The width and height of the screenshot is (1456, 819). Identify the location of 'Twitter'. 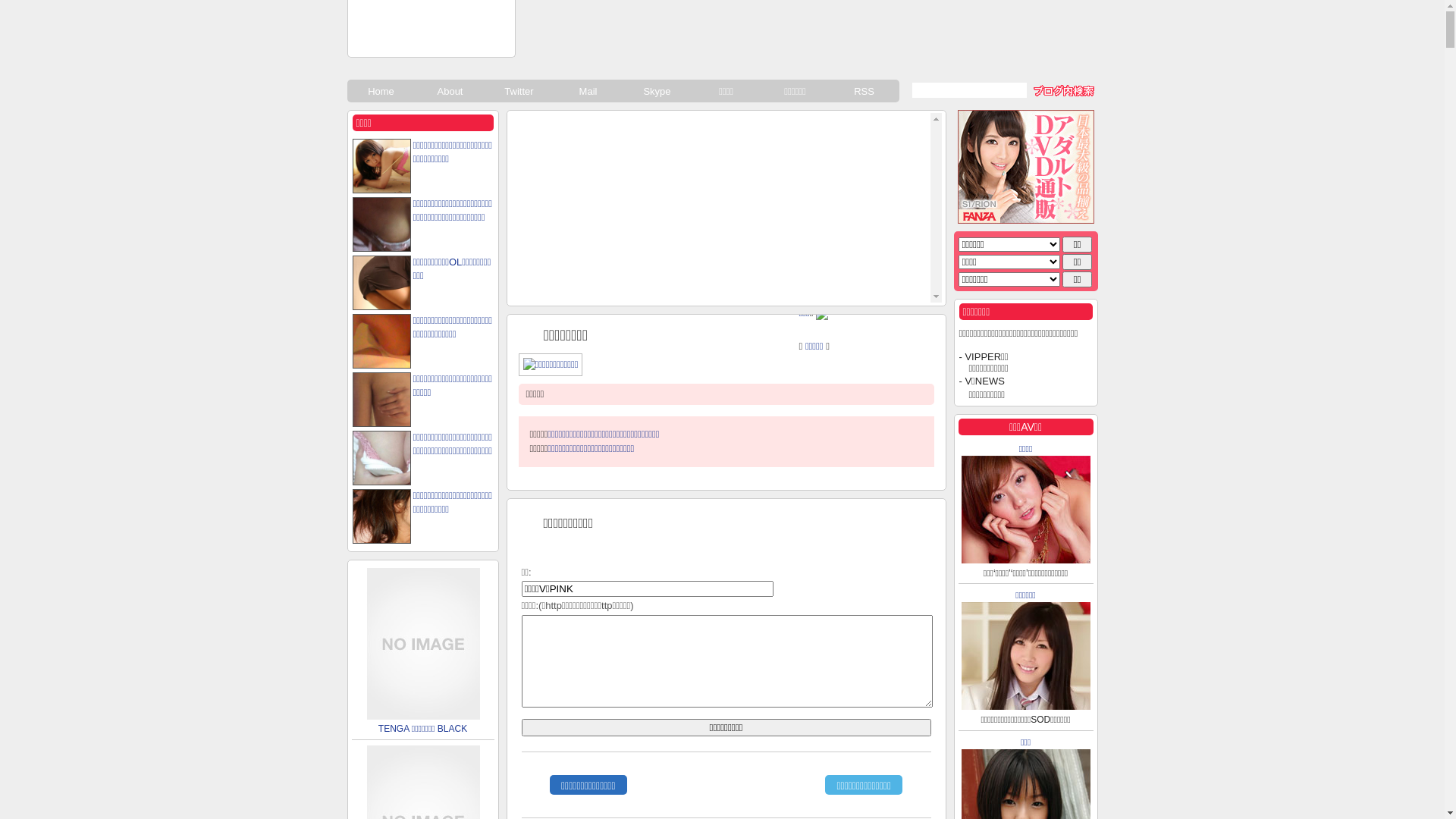
(519, 90).